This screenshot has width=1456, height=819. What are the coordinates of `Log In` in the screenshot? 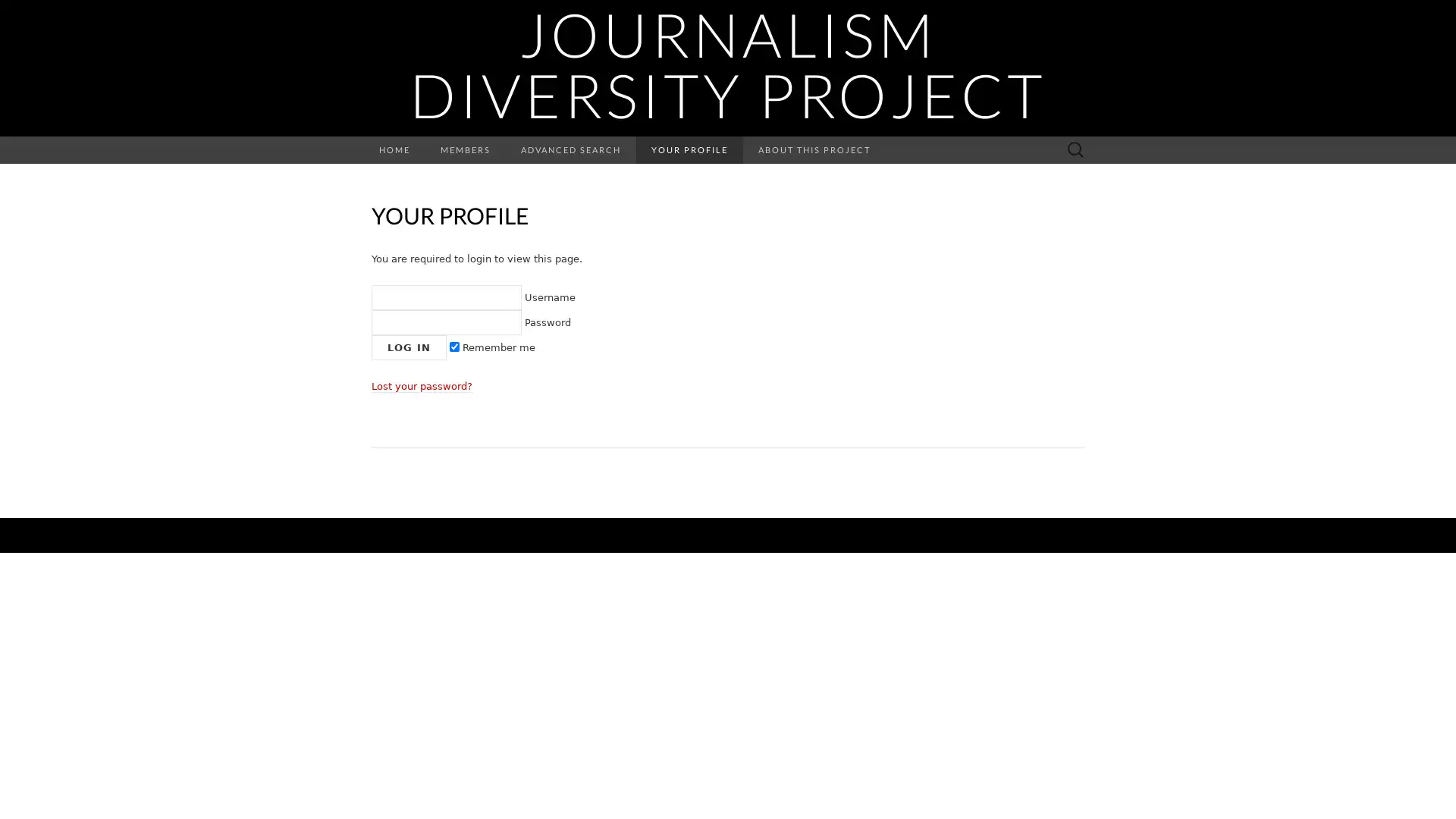 It's located at (409, 347).